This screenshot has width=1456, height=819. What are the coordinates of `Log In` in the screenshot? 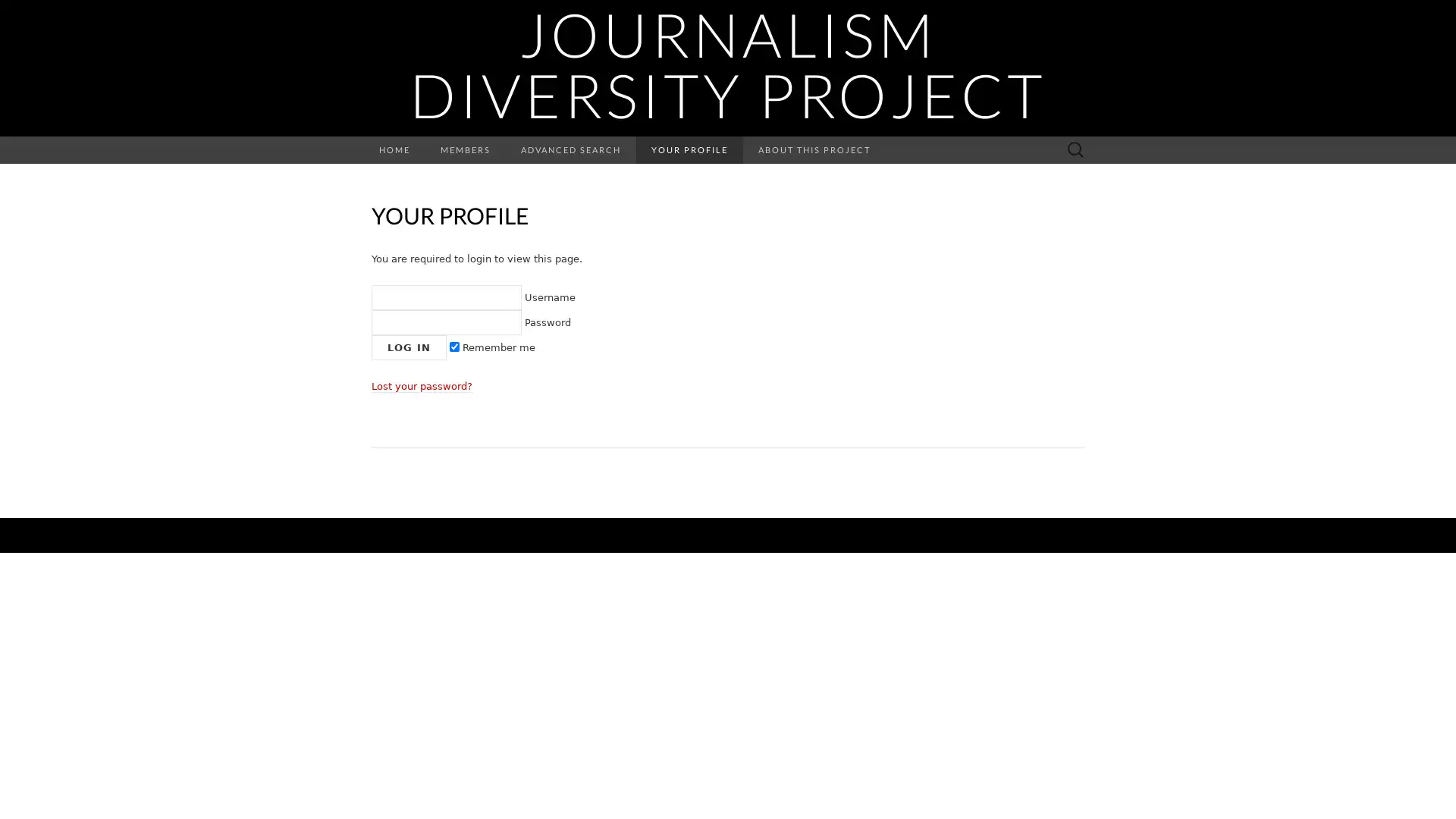 It's located at (409, 347).